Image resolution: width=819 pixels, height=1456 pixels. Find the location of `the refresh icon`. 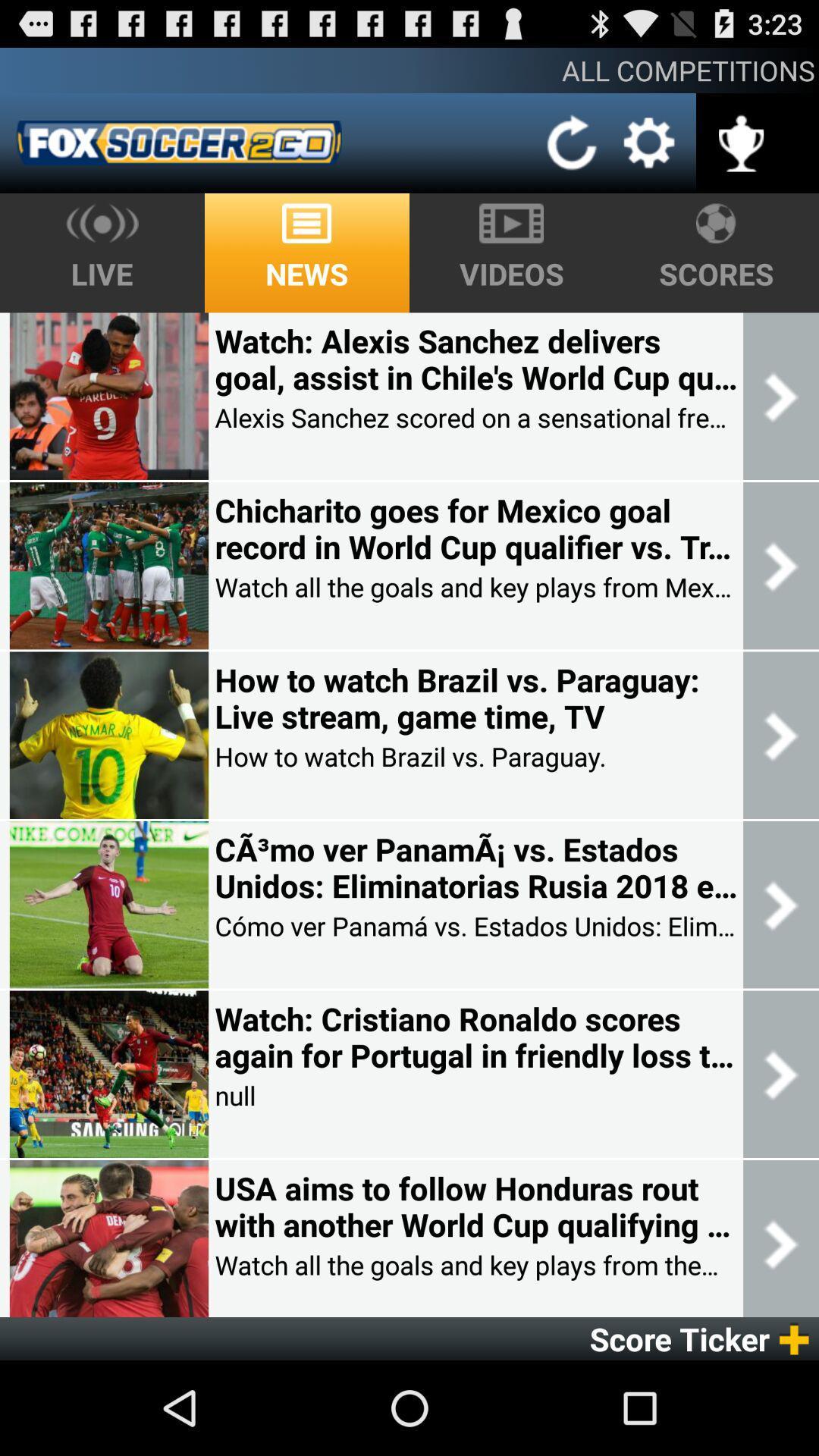

the refresh icon is located at coordinates (573, 153).